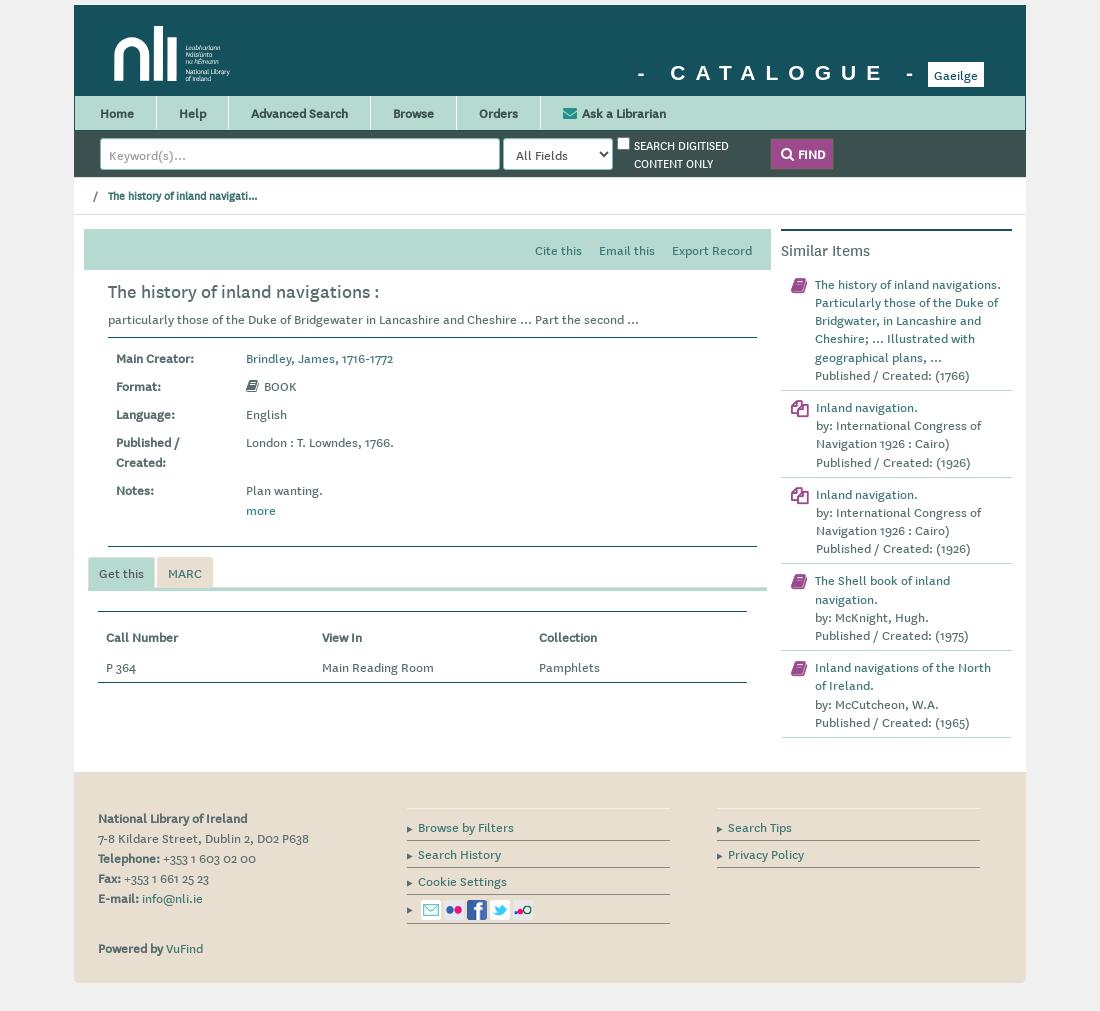  Describe the element at coordinates (98, 876) in the screenshot. I see `'Fax:'` at that location.